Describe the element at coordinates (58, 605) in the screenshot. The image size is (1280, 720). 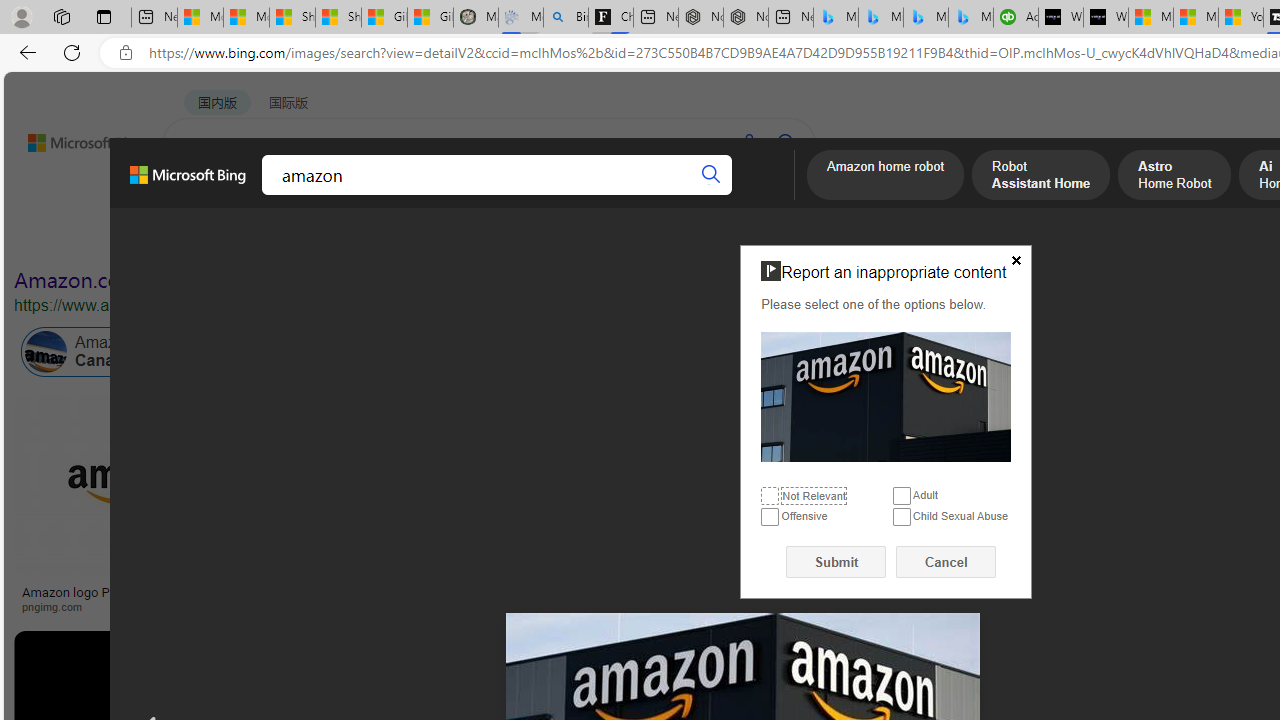
I see `'pngimg.com'` at that location.